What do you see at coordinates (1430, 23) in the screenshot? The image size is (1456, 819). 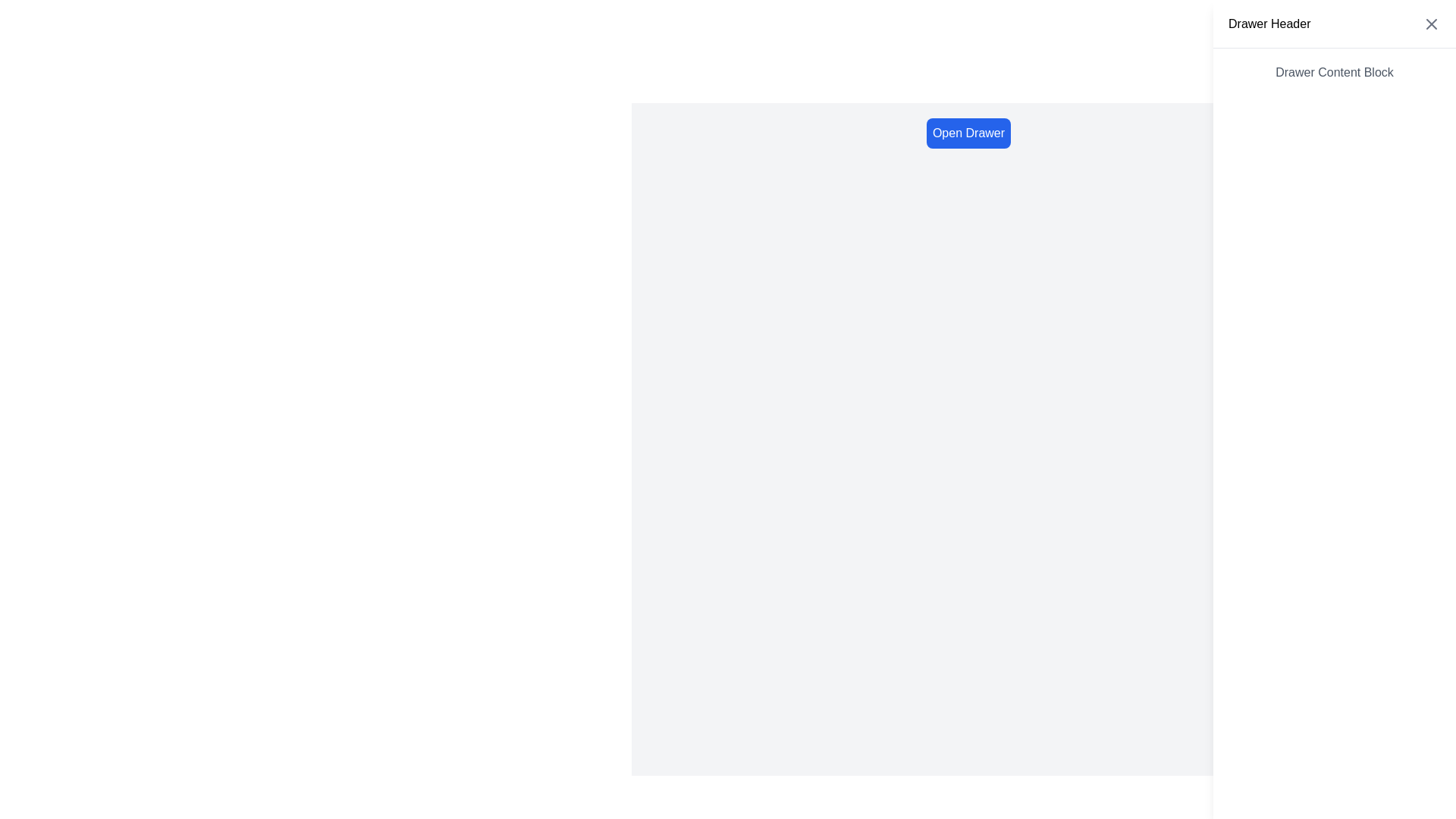 I see `the close button located at the top-right corner of the drawer header by` at bounding box center [1430, 23].